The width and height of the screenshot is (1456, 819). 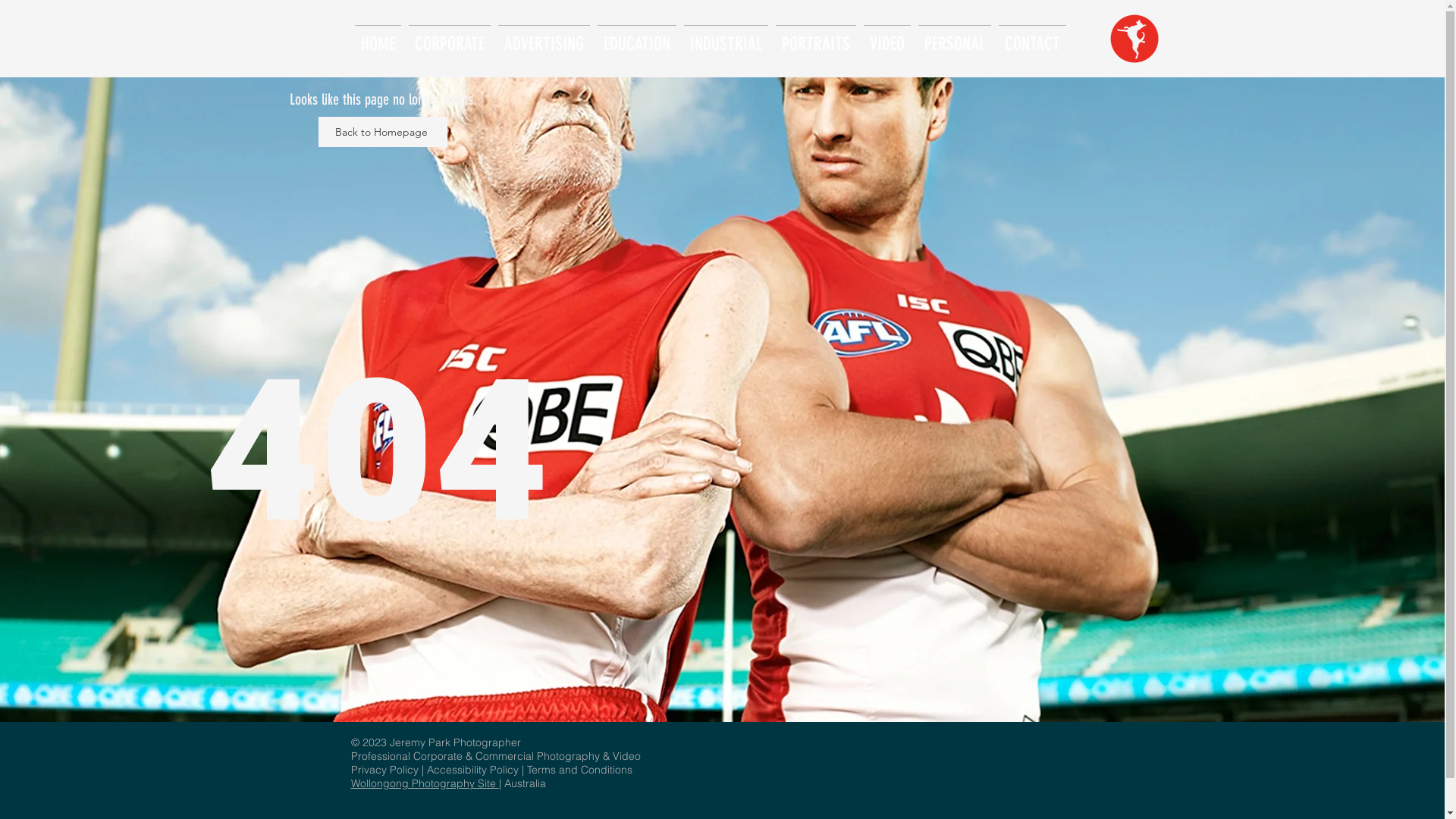 What do you see at coordinates (887, 36) in the screenshot?
I see `'VIDEO'` at bounding box center [887, 36].